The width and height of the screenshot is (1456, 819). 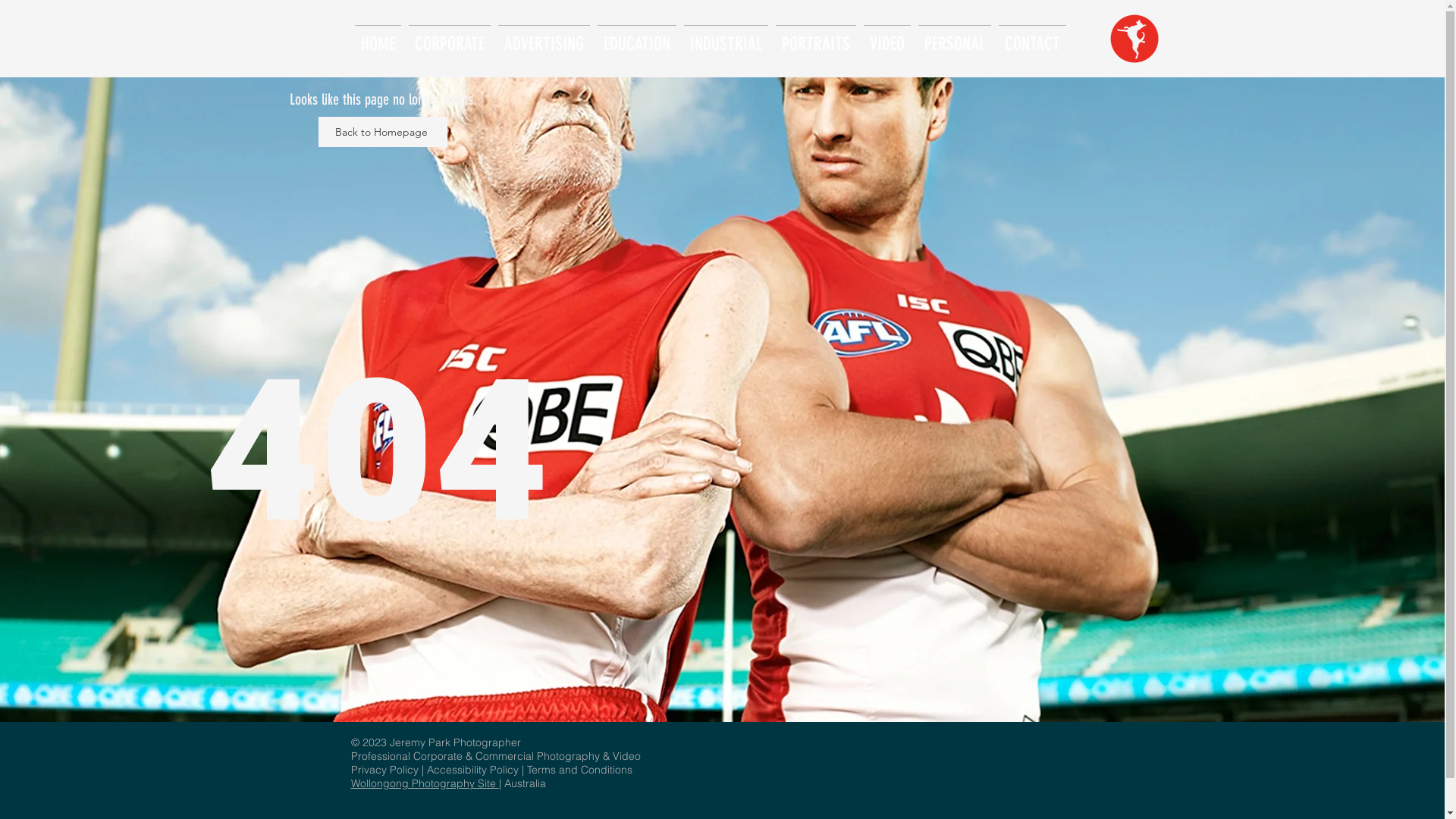 What do you see at coordinates (887, 36) in the screenshot?
I see `'VIDEO'` at bounding box center [887, 36].